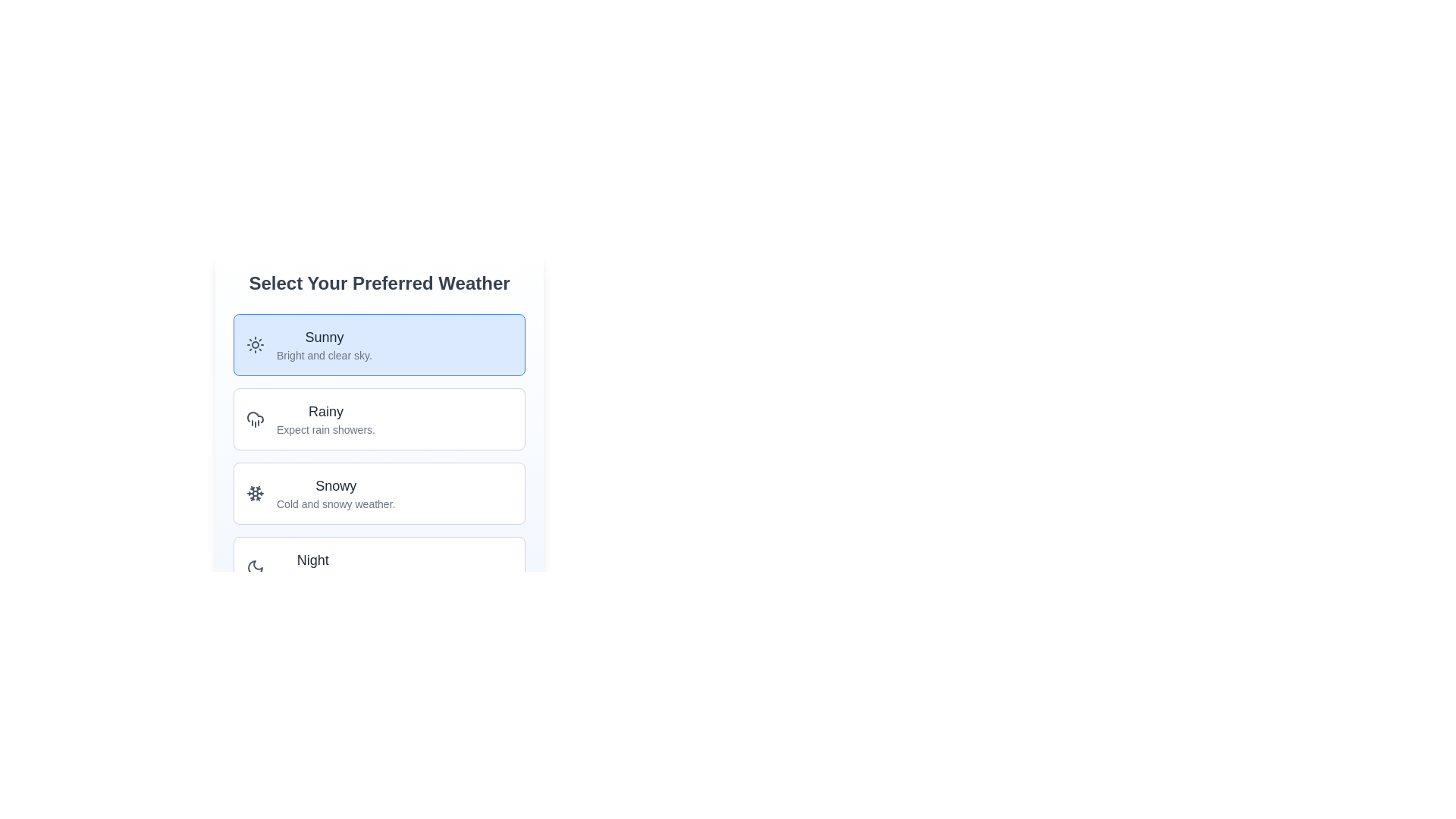  What do you see at coordinates (312, 567) in the screenshot?
I see `the third item in the weather options list labeled 'Night' with a description 'Clear night sky.'` at bounding box center [312, 567].